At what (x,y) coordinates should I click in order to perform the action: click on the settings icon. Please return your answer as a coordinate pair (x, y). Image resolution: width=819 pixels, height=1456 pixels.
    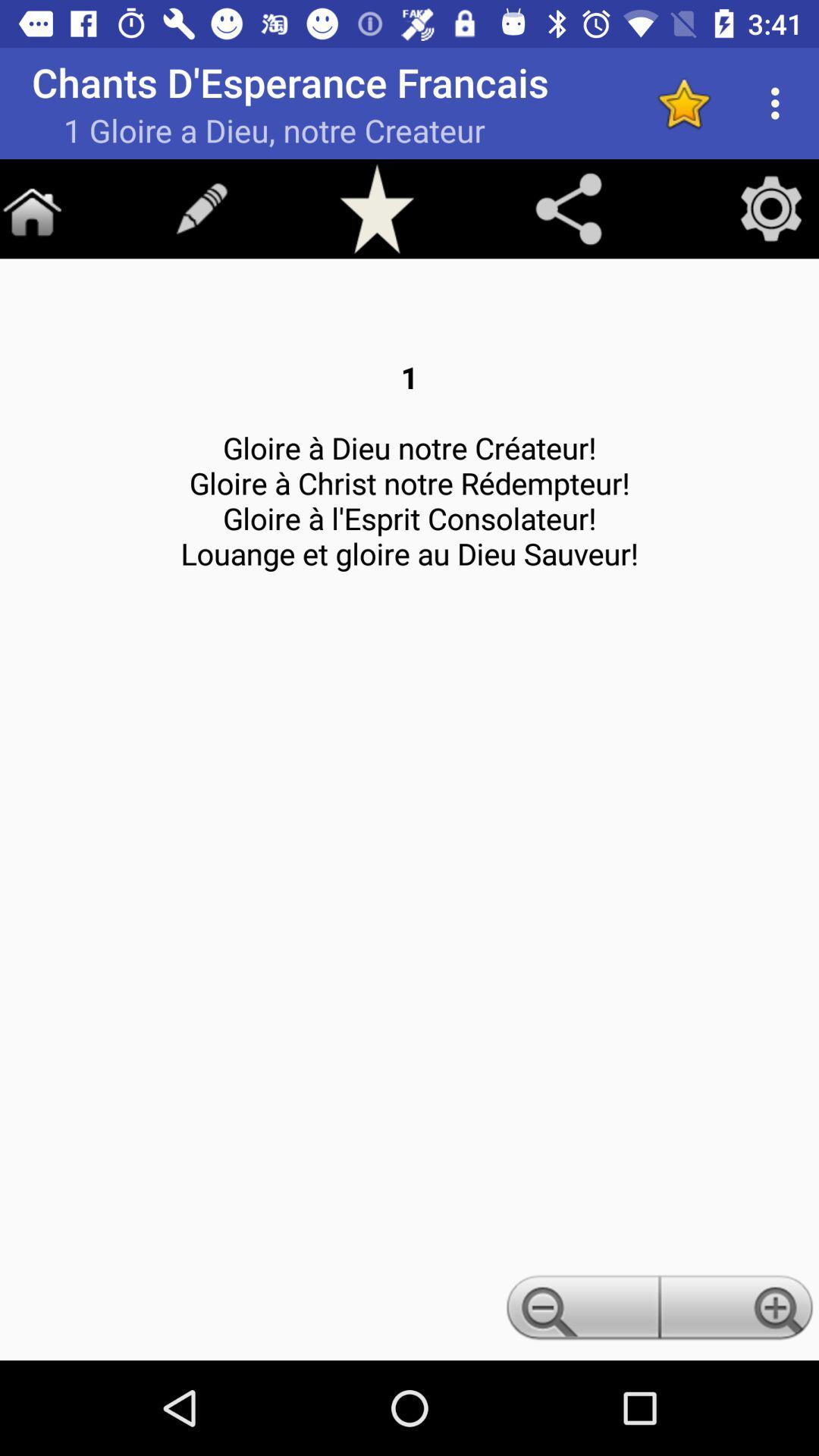
    Looking at the image, I should click on (771, 208).